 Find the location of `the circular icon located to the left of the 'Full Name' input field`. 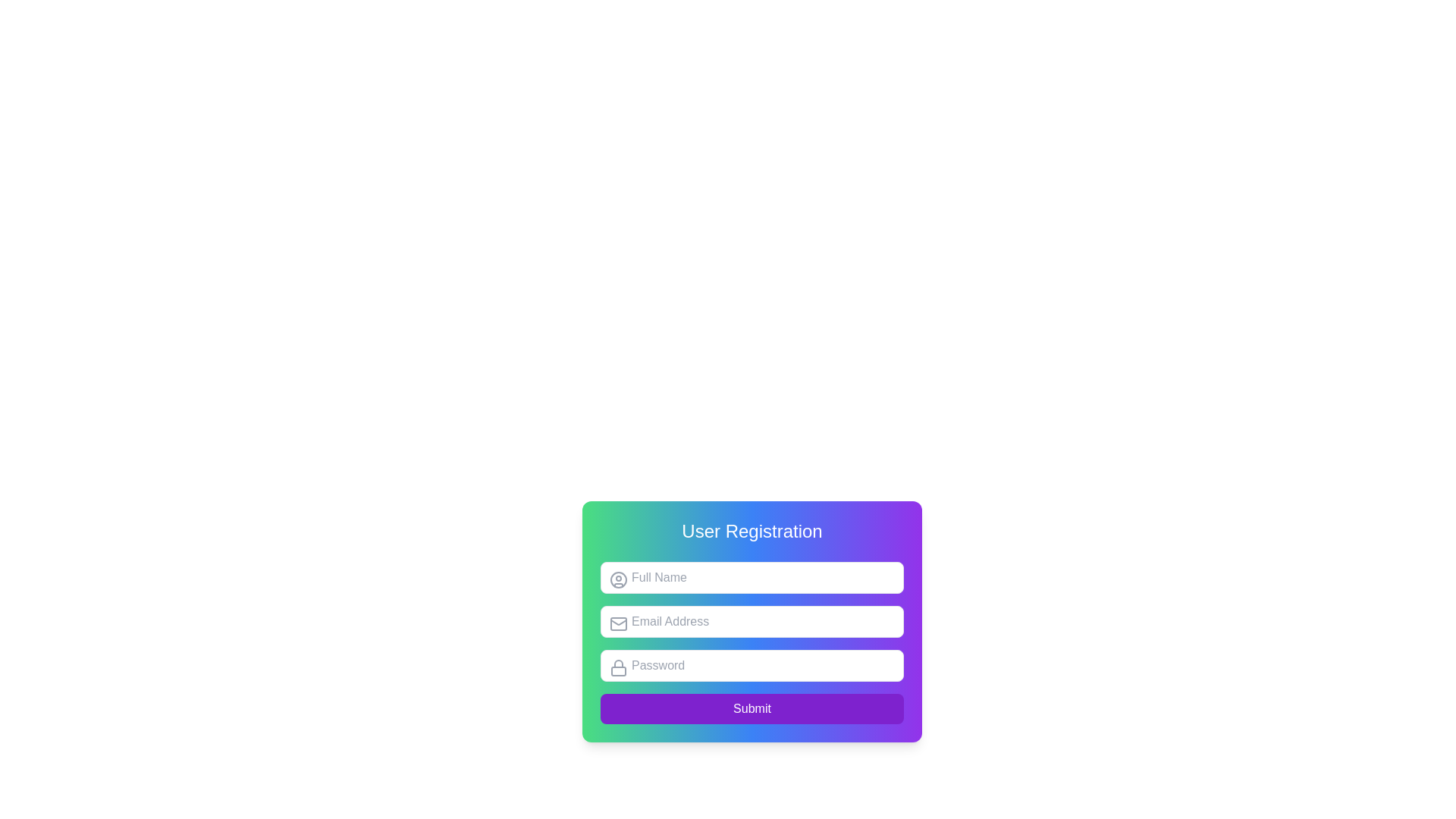

the circular icon located to the left of the 'Full Name' input field is located at coordinates (619, 579).